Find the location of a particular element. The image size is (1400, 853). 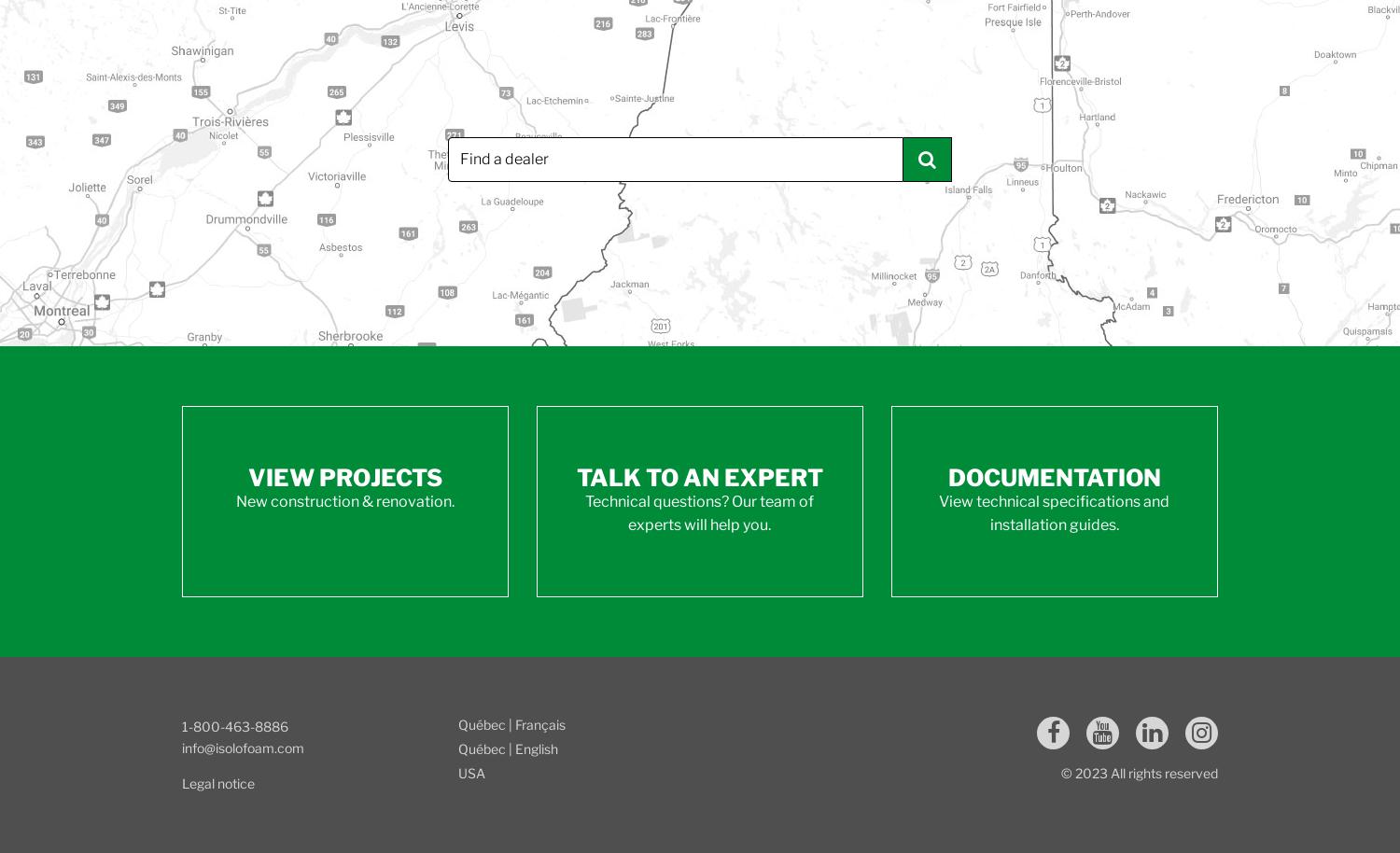

'Technical questions? Our team of experts will help you.' is located at coordinates (698, 512).